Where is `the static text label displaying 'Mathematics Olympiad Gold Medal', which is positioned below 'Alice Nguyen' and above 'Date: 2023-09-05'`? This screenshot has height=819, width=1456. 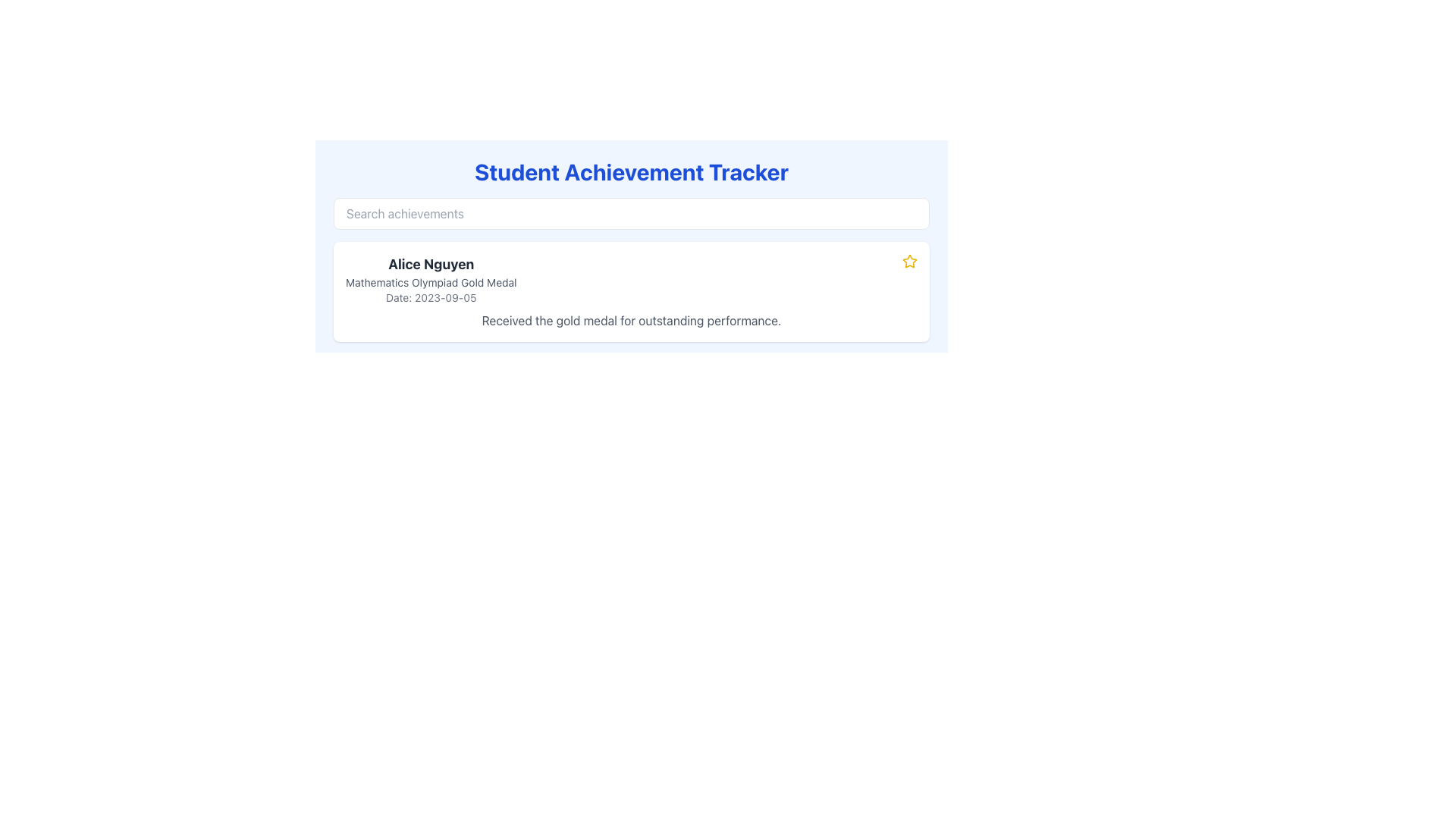 the static text label displaying 'Mathematics Olympiad Gold Medal', which is positioned below 'Alice Nguyen' and above 'Date: 2023-09-05' is located at coordinates (430, 283).